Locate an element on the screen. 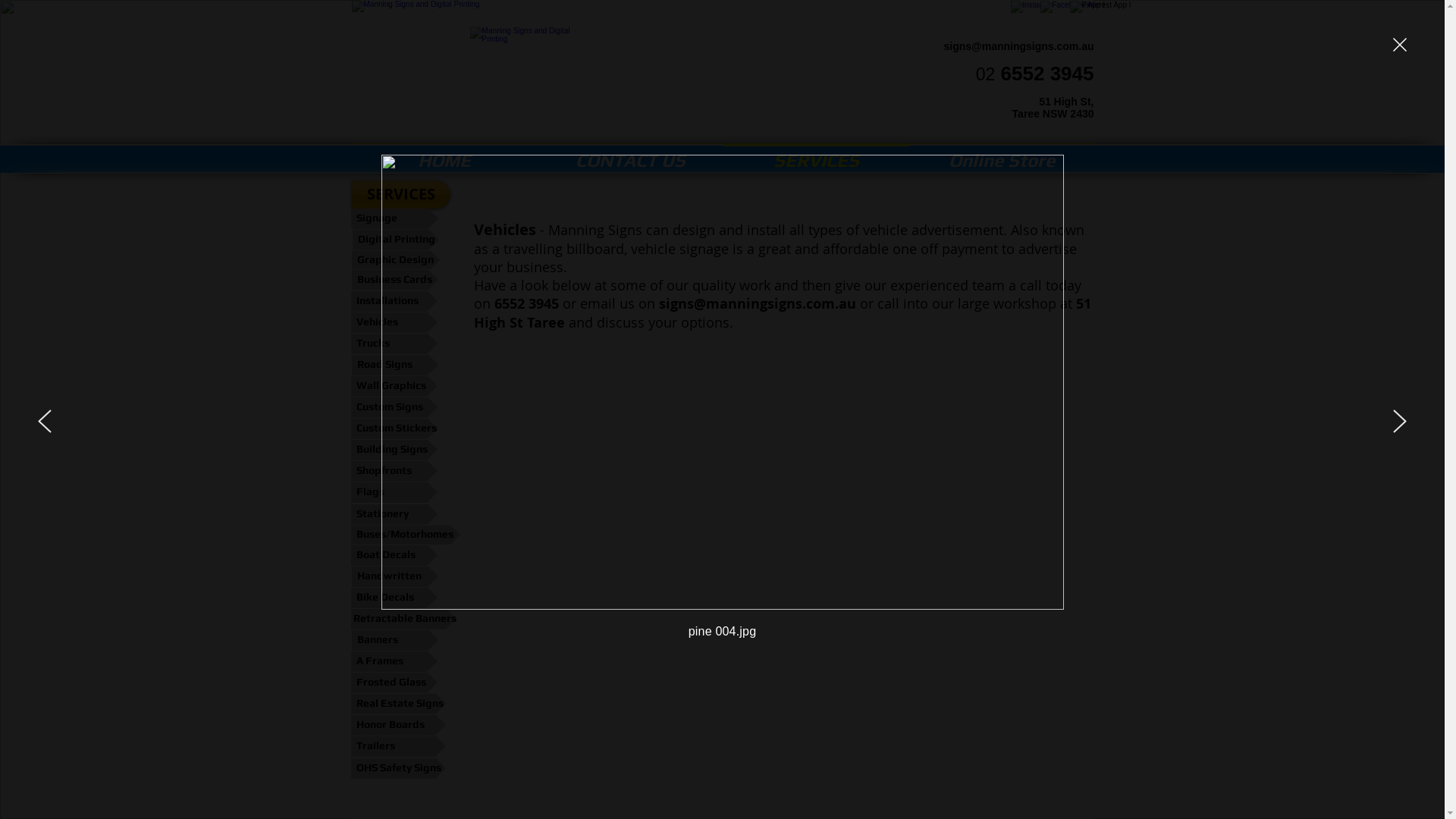  'Road Signs' is located at coordinates (395, 365).